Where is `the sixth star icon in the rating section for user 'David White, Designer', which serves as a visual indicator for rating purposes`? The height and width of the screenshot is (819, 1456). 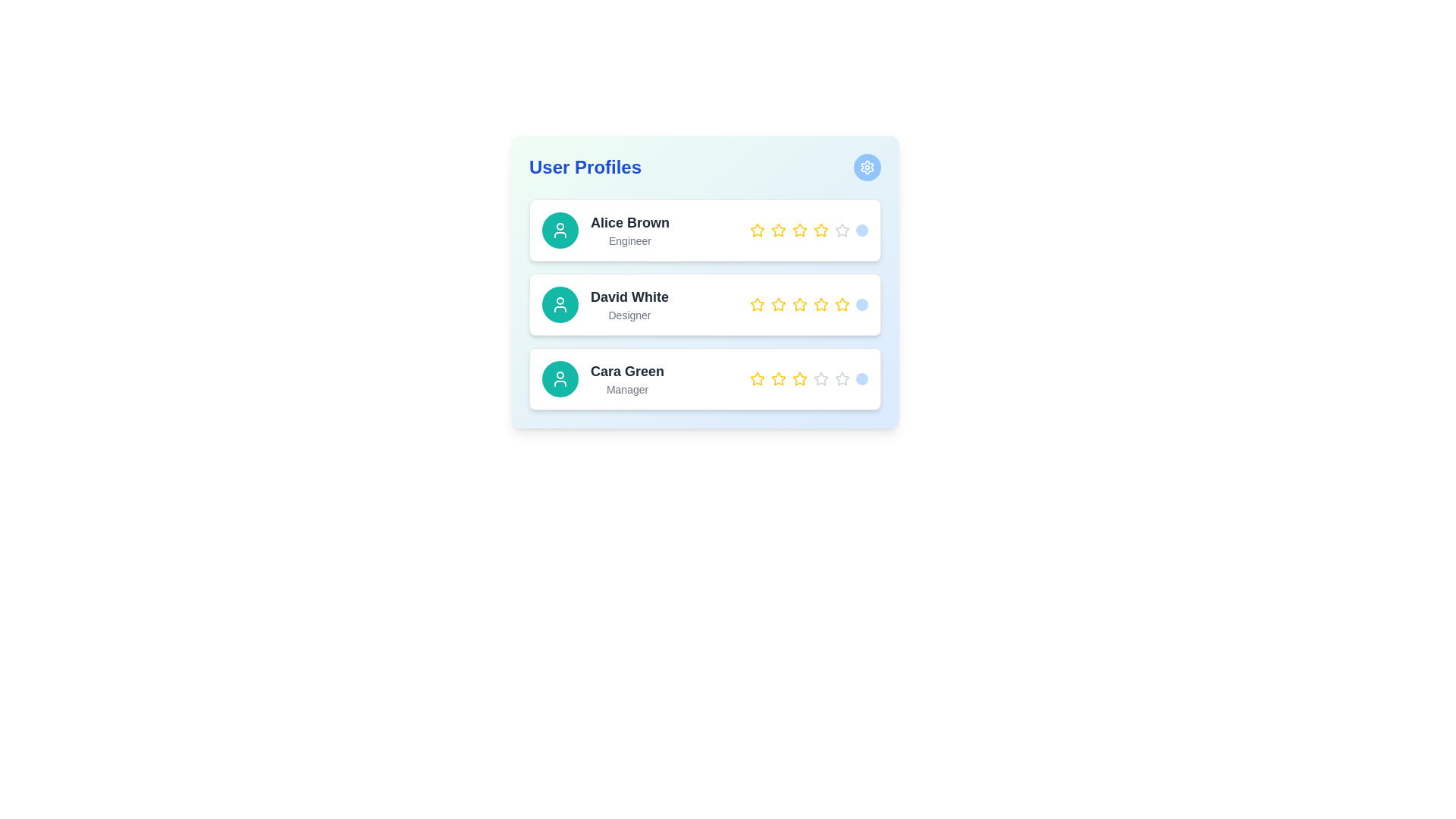 the sixth star icon in the rating section for user 'David White, Designer', which serves as a visual indicator for rating purposes is located at coordinates (841, 304).